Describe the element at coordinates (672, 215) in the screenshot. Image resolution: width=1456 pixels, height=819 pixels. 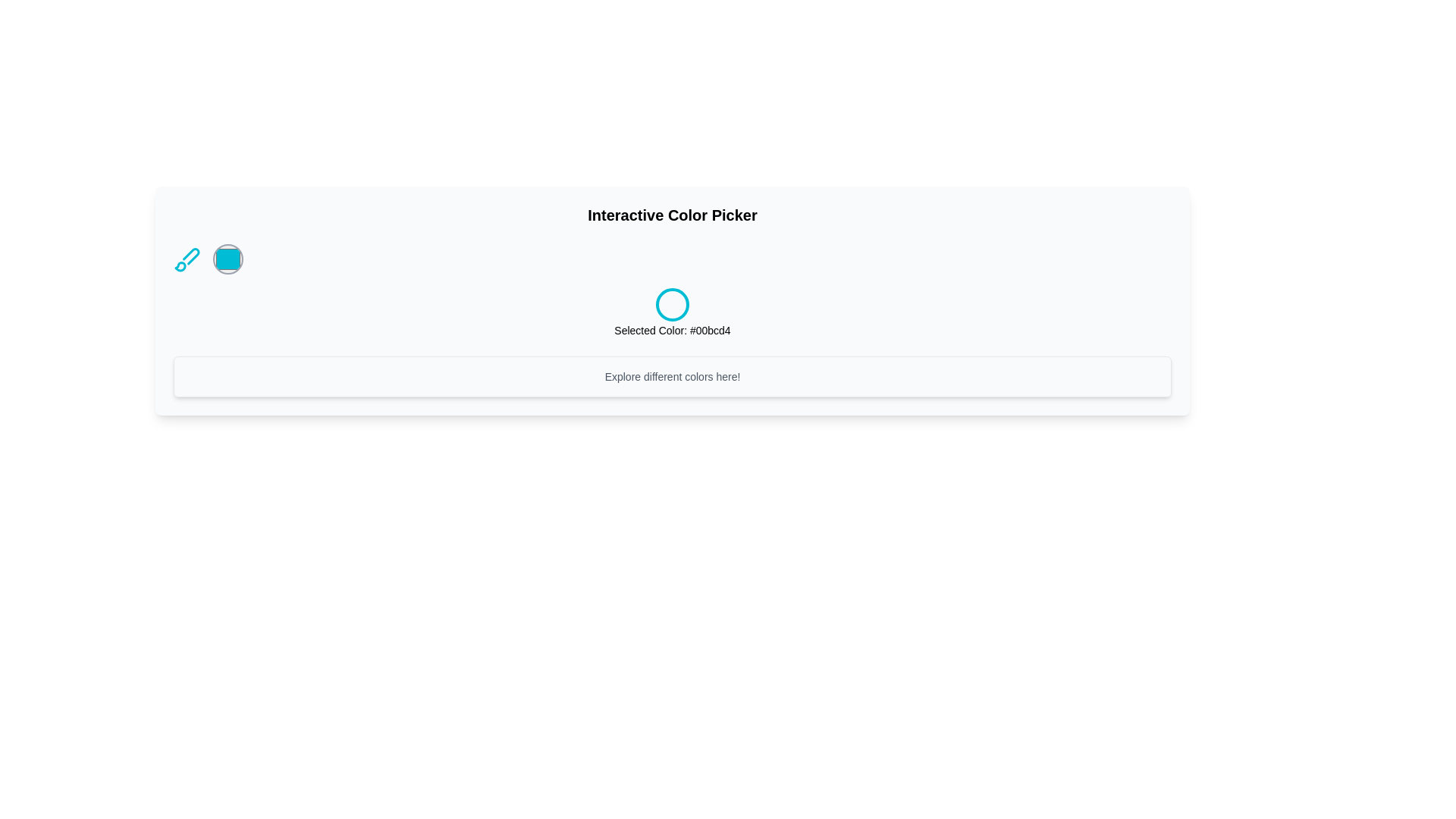
I see `text label at the top of the card layout that provides context for the interactive color selection feature` at that location.